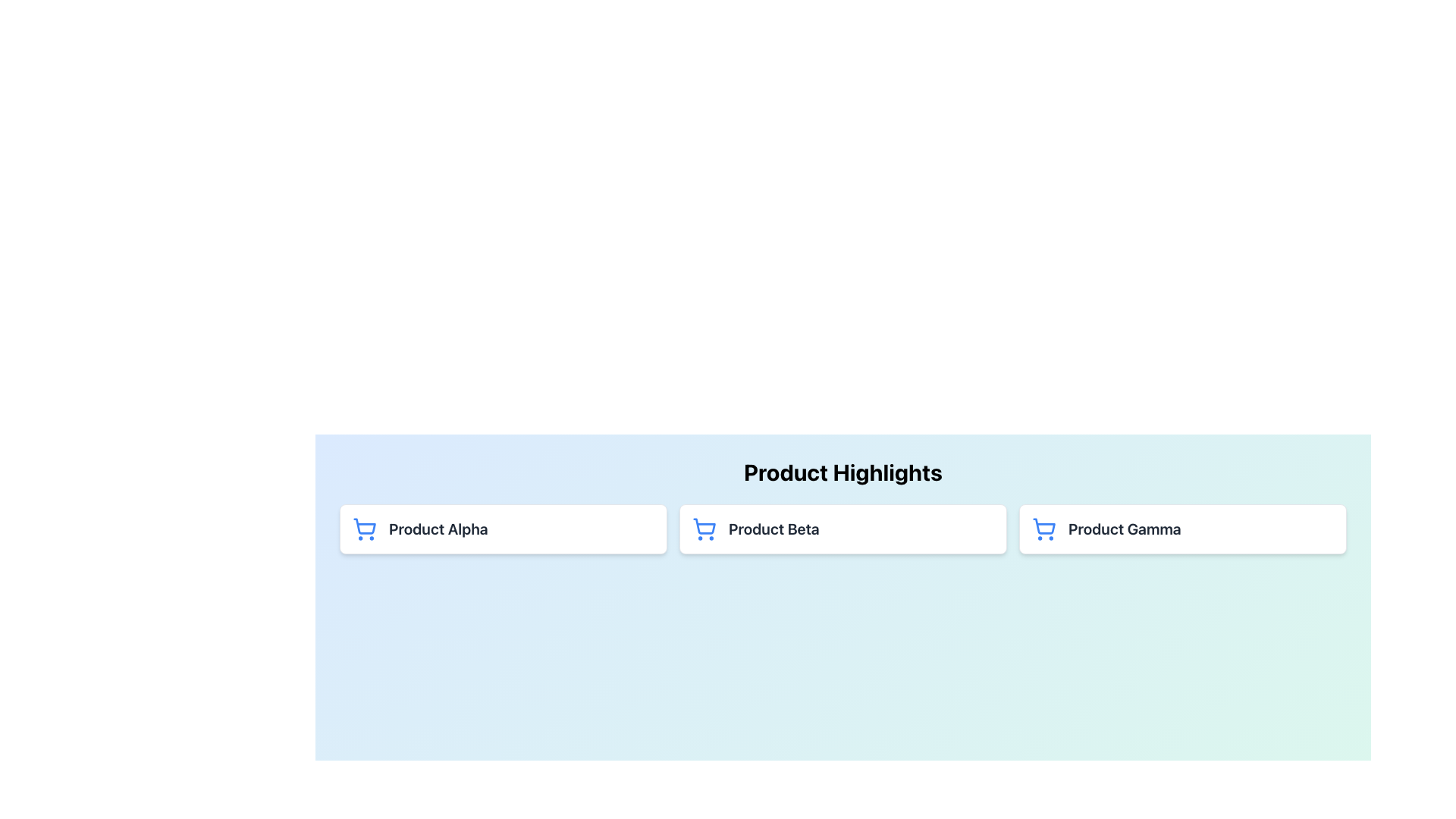 The width and height of the screenshot is (1456, 819). I want to click on the text label identifying 'Product Beta' within the 'Product Highlights' section, which is the second item in a horizontal list and is located next to a shopping cart icon, so click(773, 529).